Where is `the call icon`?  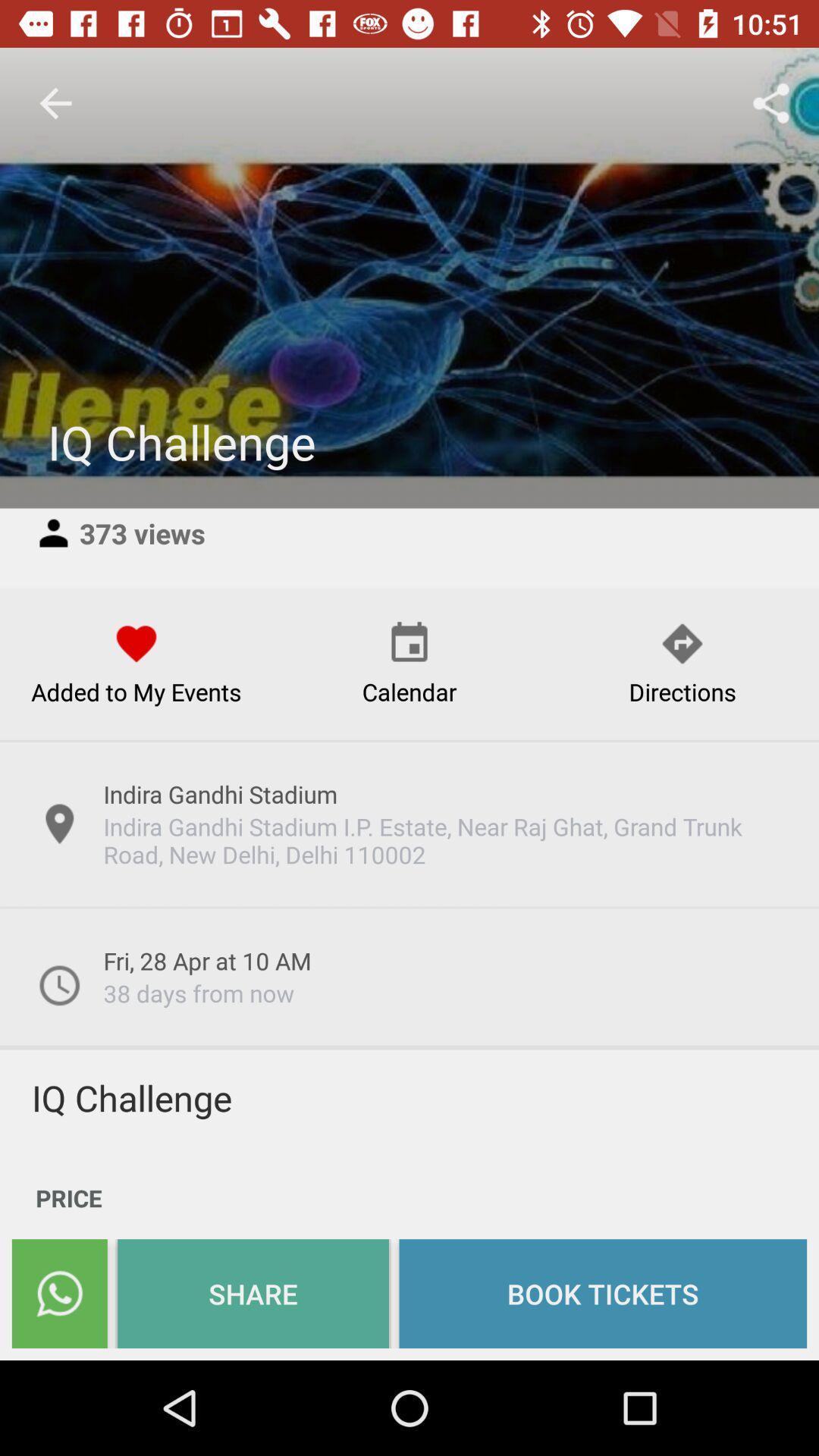 the call icon is located at coordinates (58, 1293).